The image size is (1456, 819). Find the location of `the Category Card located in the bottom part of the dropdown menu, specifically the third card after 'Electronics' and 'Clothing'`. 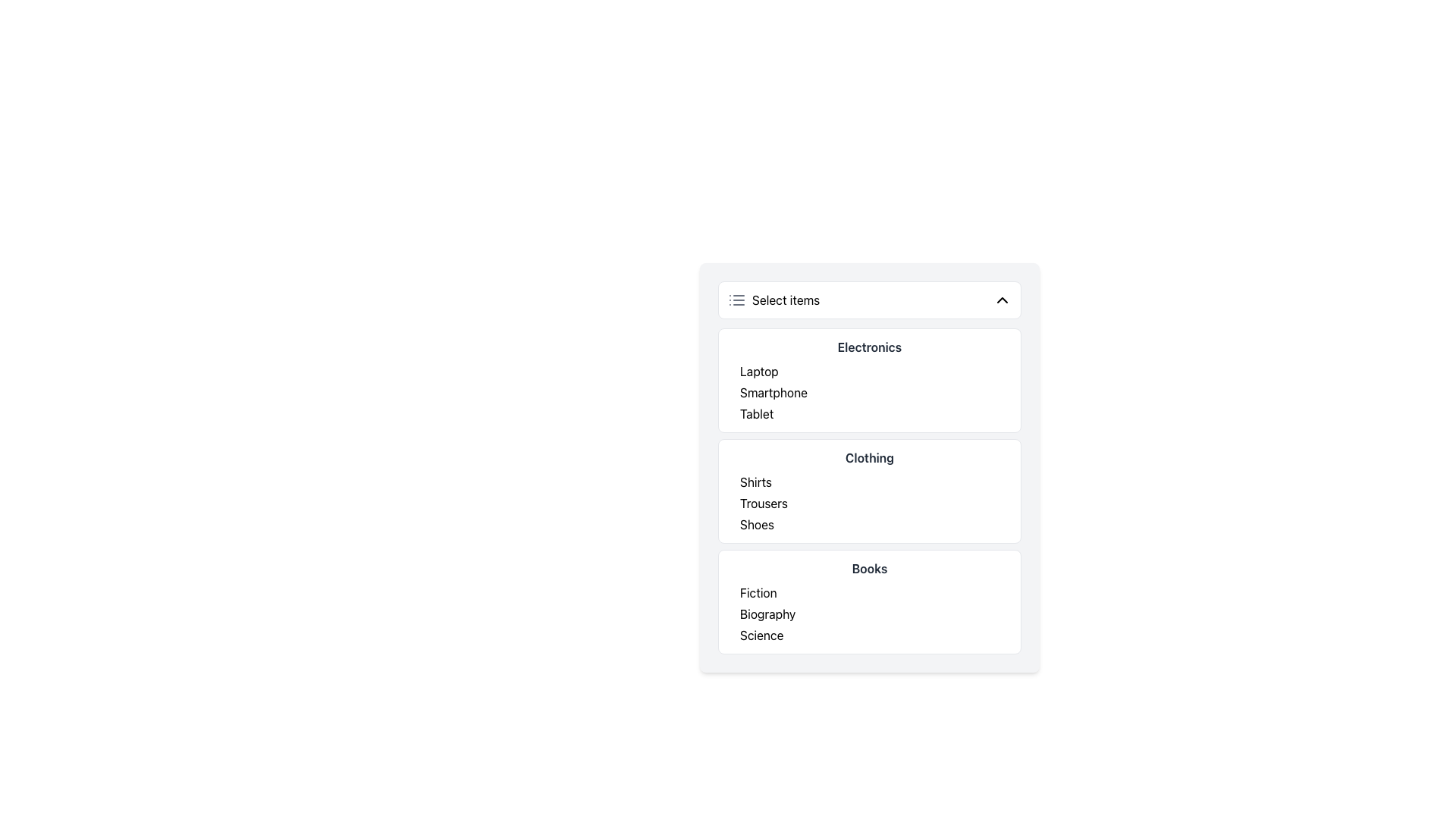

the Category Card located in the bottom part of the dropdown menu, specifically the third card after 'Electronics' and 'Clothing' is located at coordinates (870, 601).